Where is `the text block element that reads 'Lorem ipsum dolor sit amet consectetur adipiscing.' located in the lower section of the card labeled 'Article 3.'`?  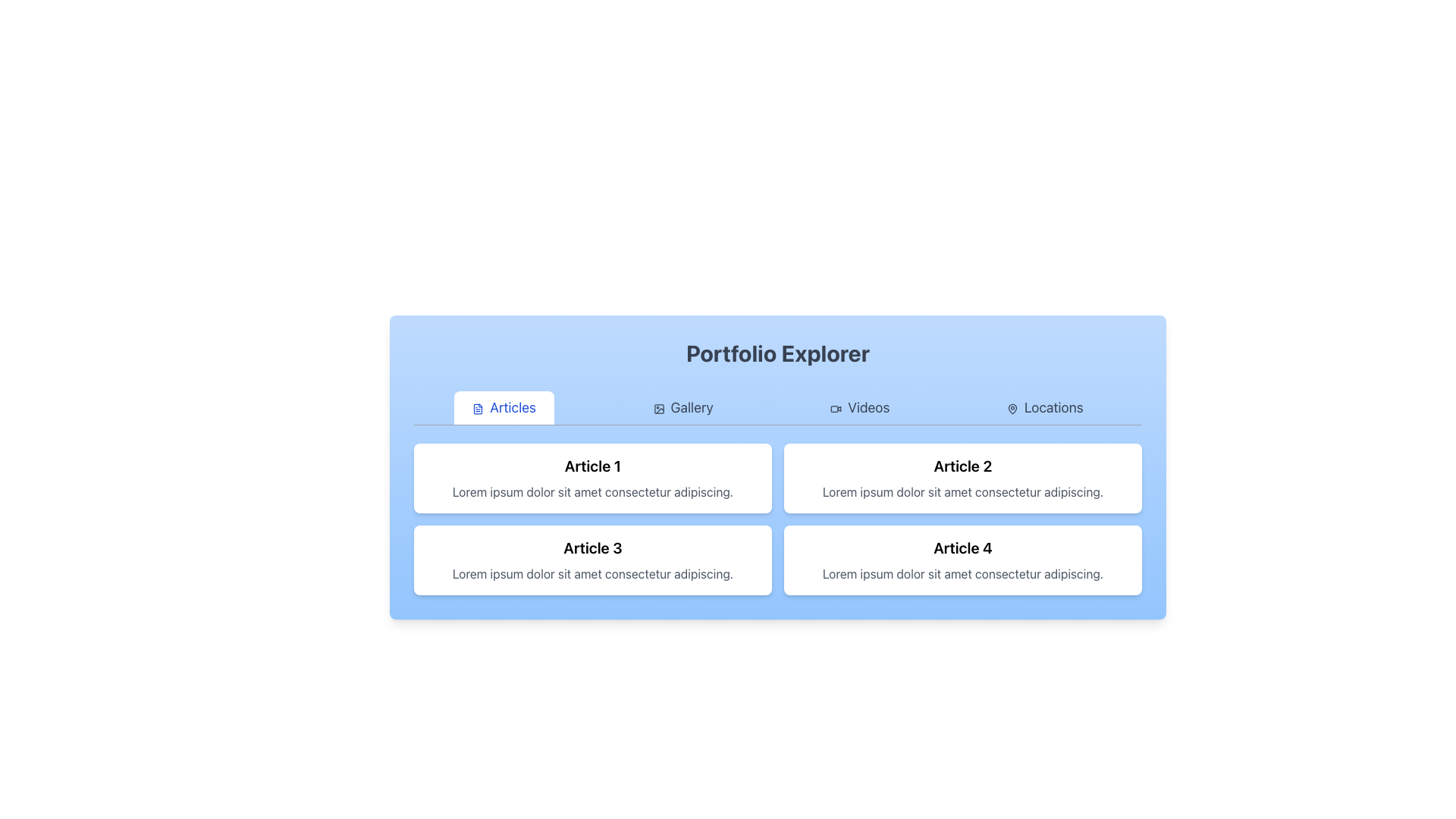
the text block element that reads 'Lorem ipsum dolor sit amet consectetur adipiscing.' located in the lower section of the card labeled 'Article 3.' is located at coordinates (592, 573).